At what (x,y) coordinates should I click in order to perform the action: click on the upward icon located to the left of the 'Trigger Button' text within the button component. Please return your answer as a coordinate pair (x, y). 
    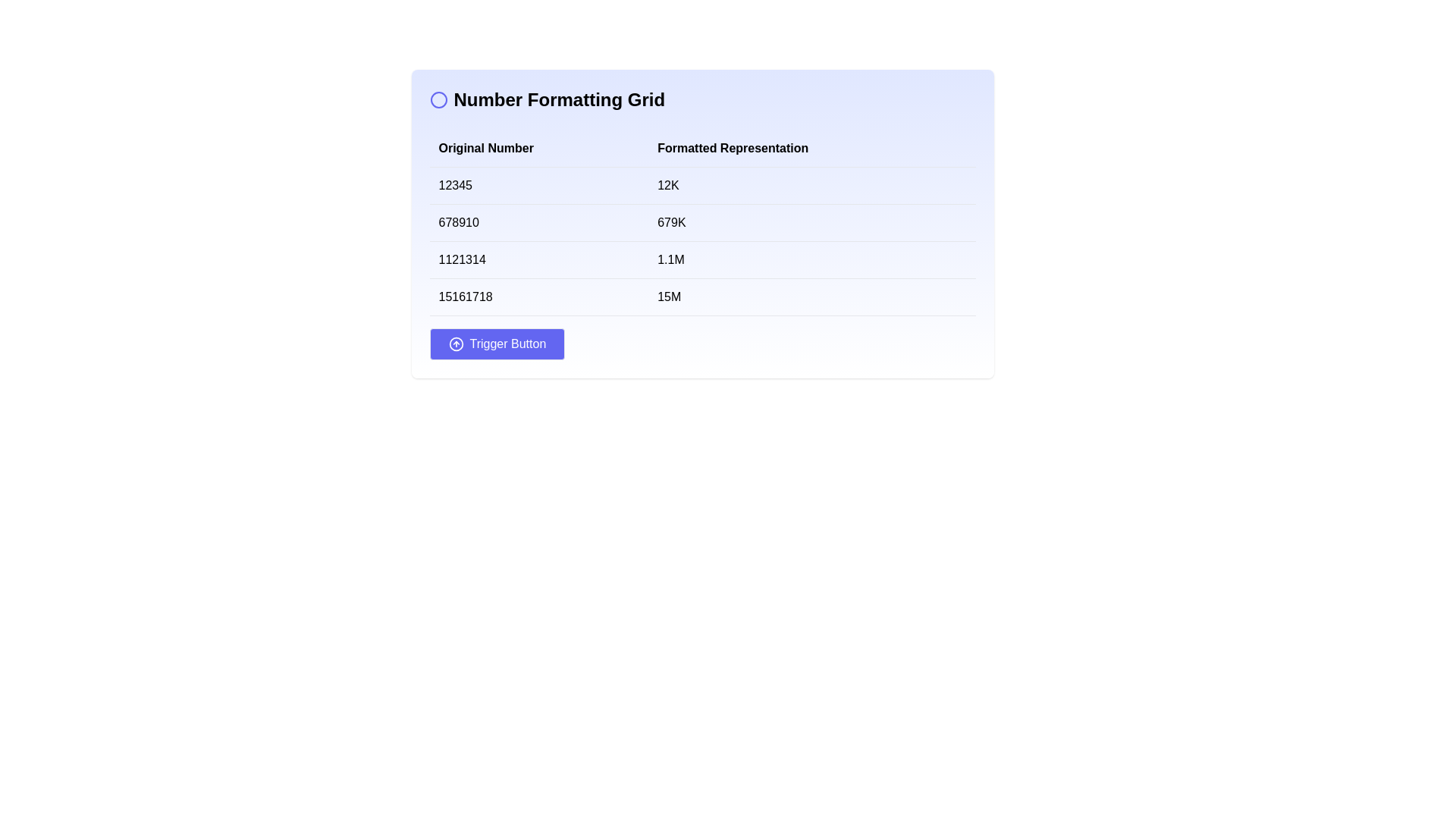
    Looking at the image, I should click on (455, 344).